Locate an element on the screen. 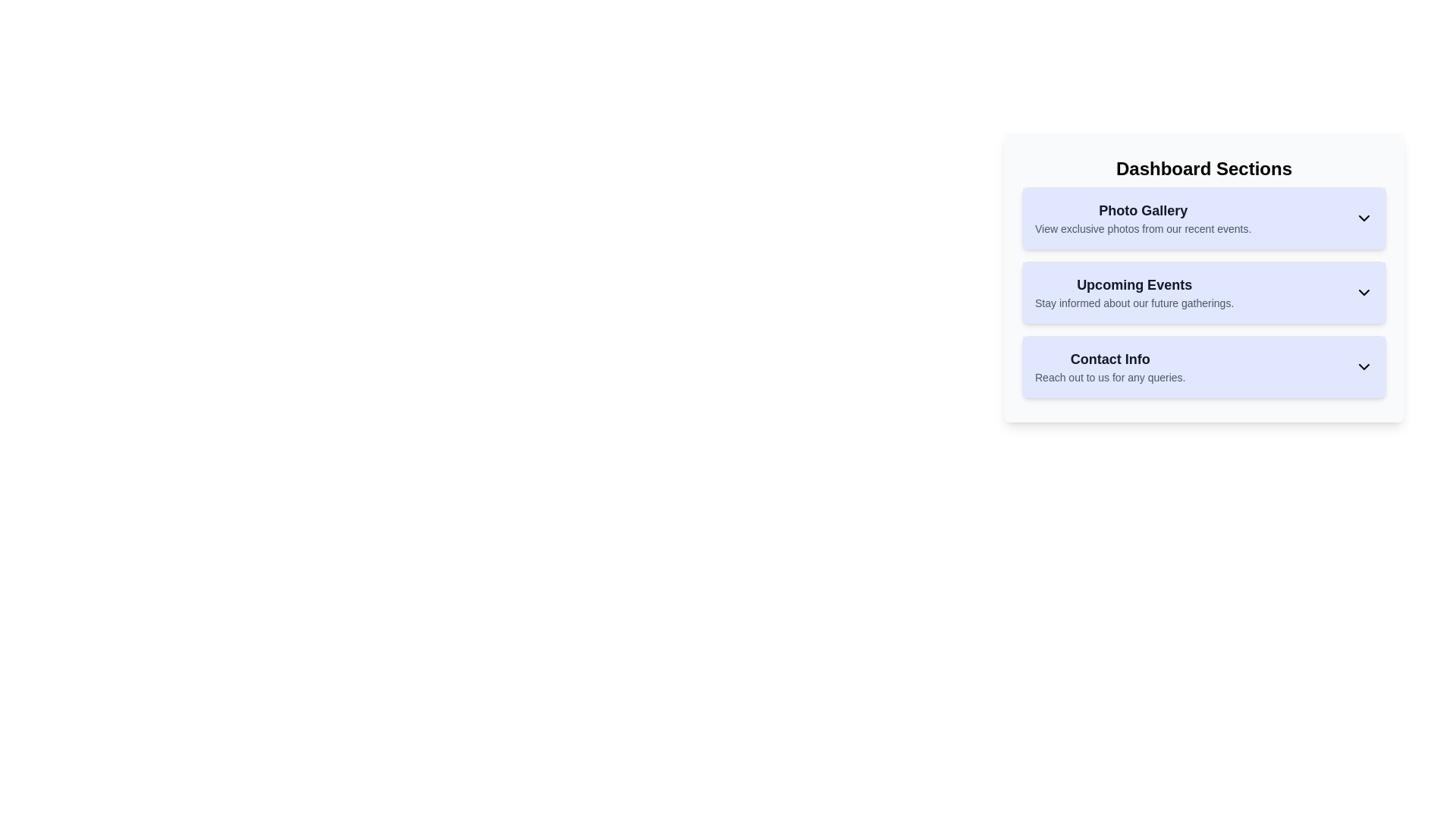 The image size is (1456, 819). the 'Upcoming Events' collapsible panel is located at coordinates (1203, 278).